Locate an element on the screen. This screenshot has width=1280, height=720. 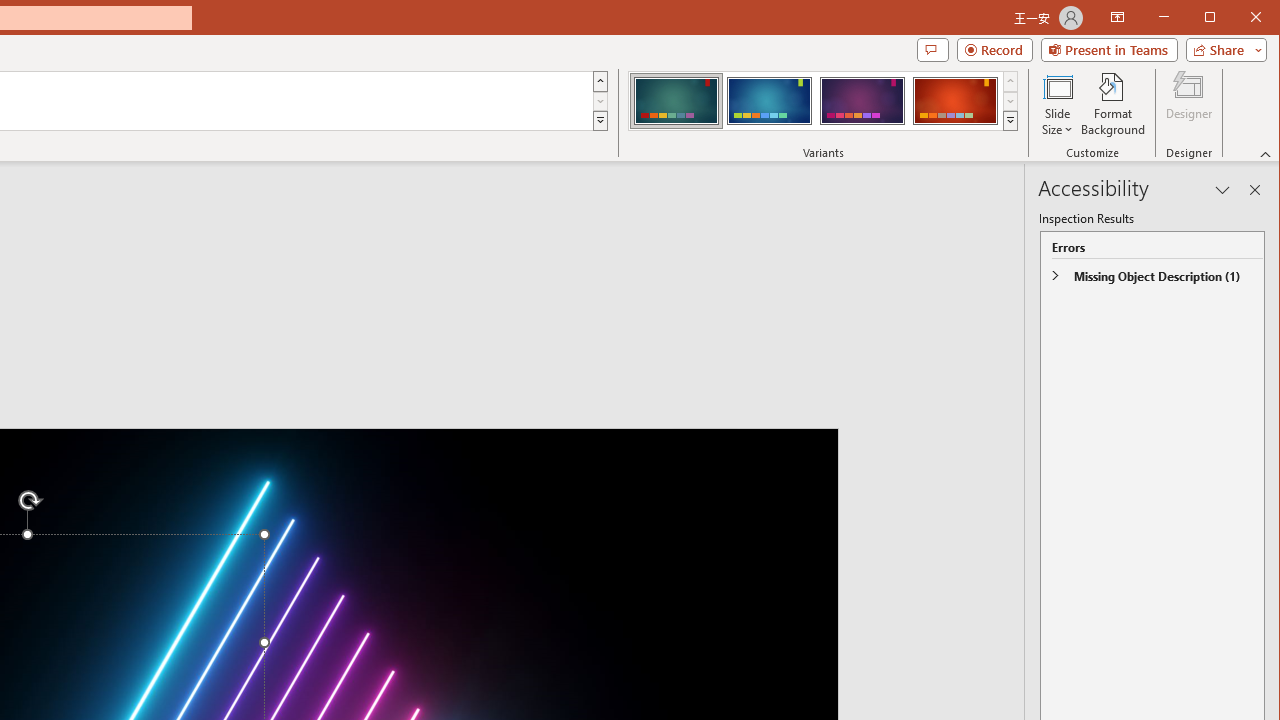
'Ion Variant 2' is located at coordinates (768, 100).